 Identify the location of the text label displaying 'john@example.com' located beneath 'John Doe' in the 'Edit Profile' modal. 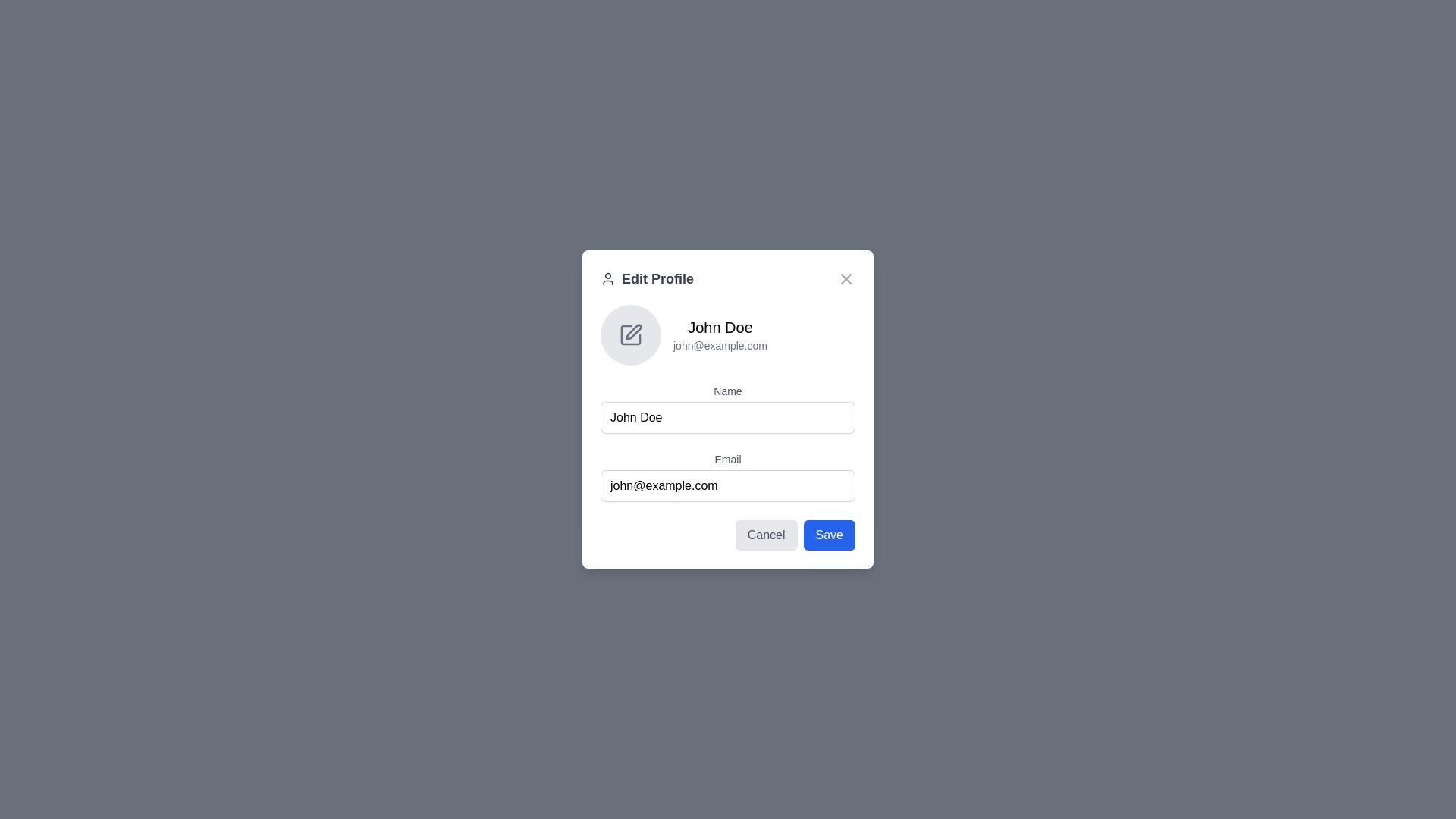
(720, 345).